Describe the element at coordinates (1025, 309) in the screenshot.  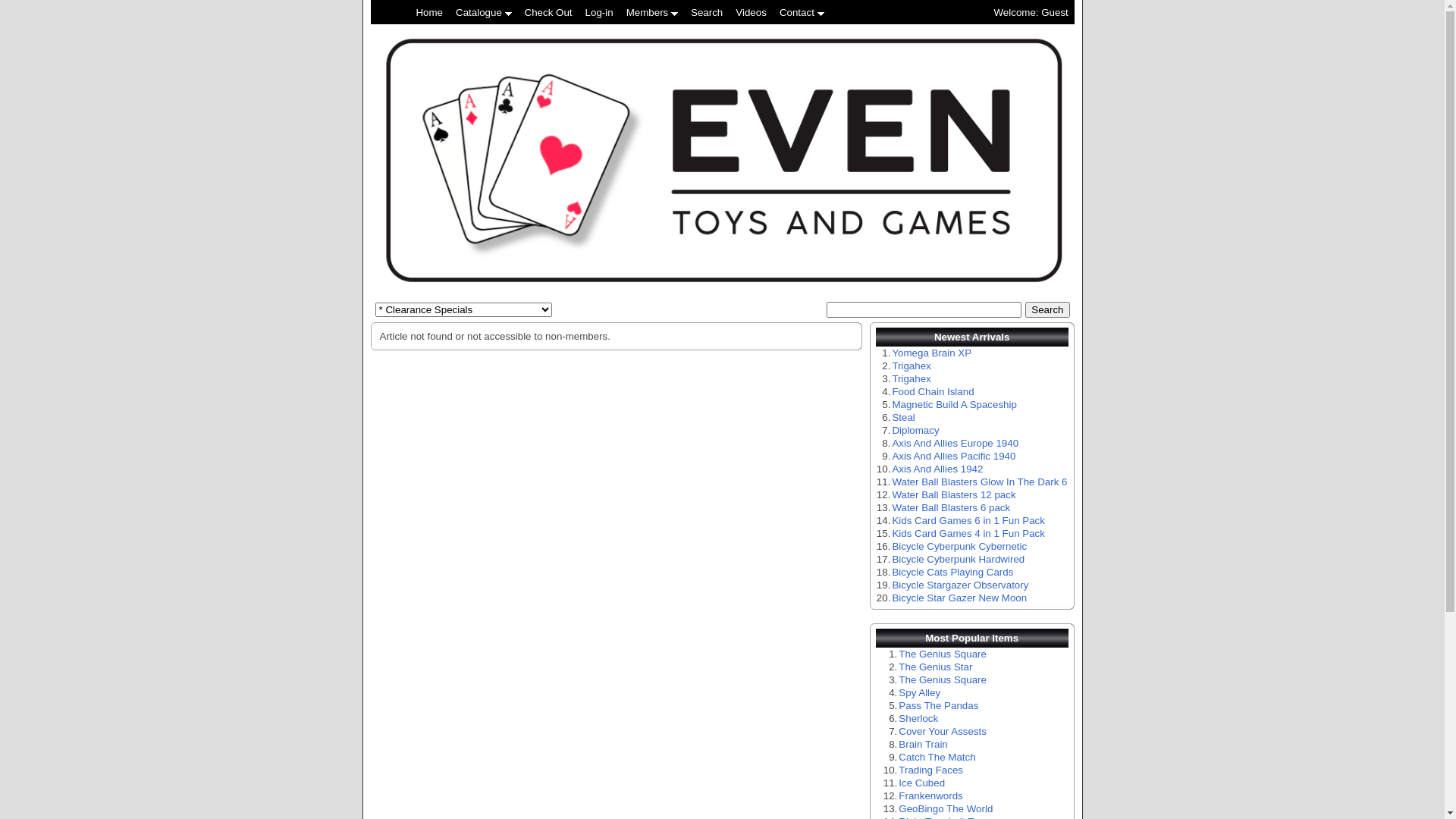
I see `'Search'` at that location.